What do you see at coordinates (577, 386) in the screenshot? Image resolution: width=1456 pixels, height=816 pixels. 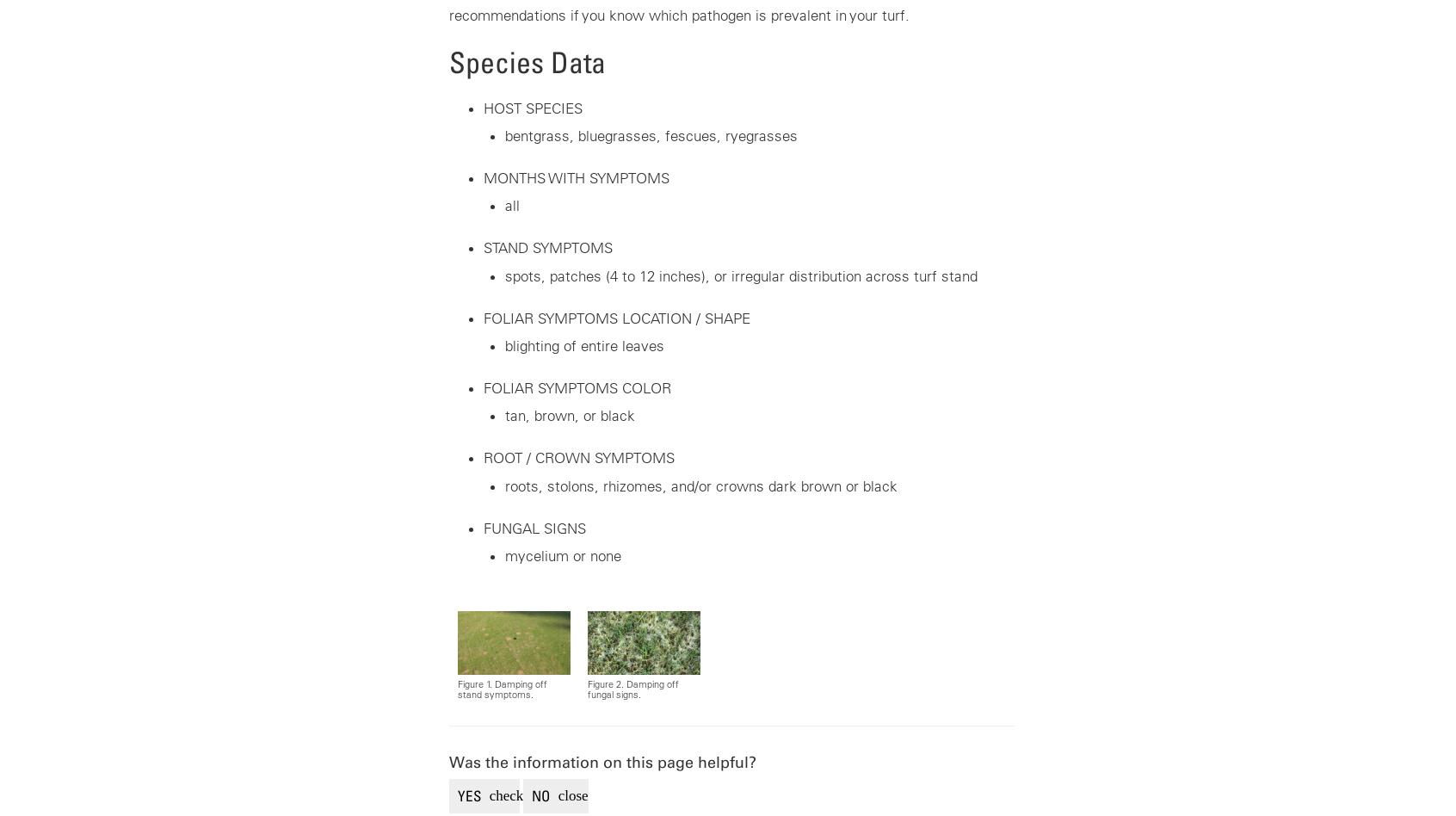 I see `'FOLIAR SYMPTOMS COLOR'` at bounding box center [577, 386].